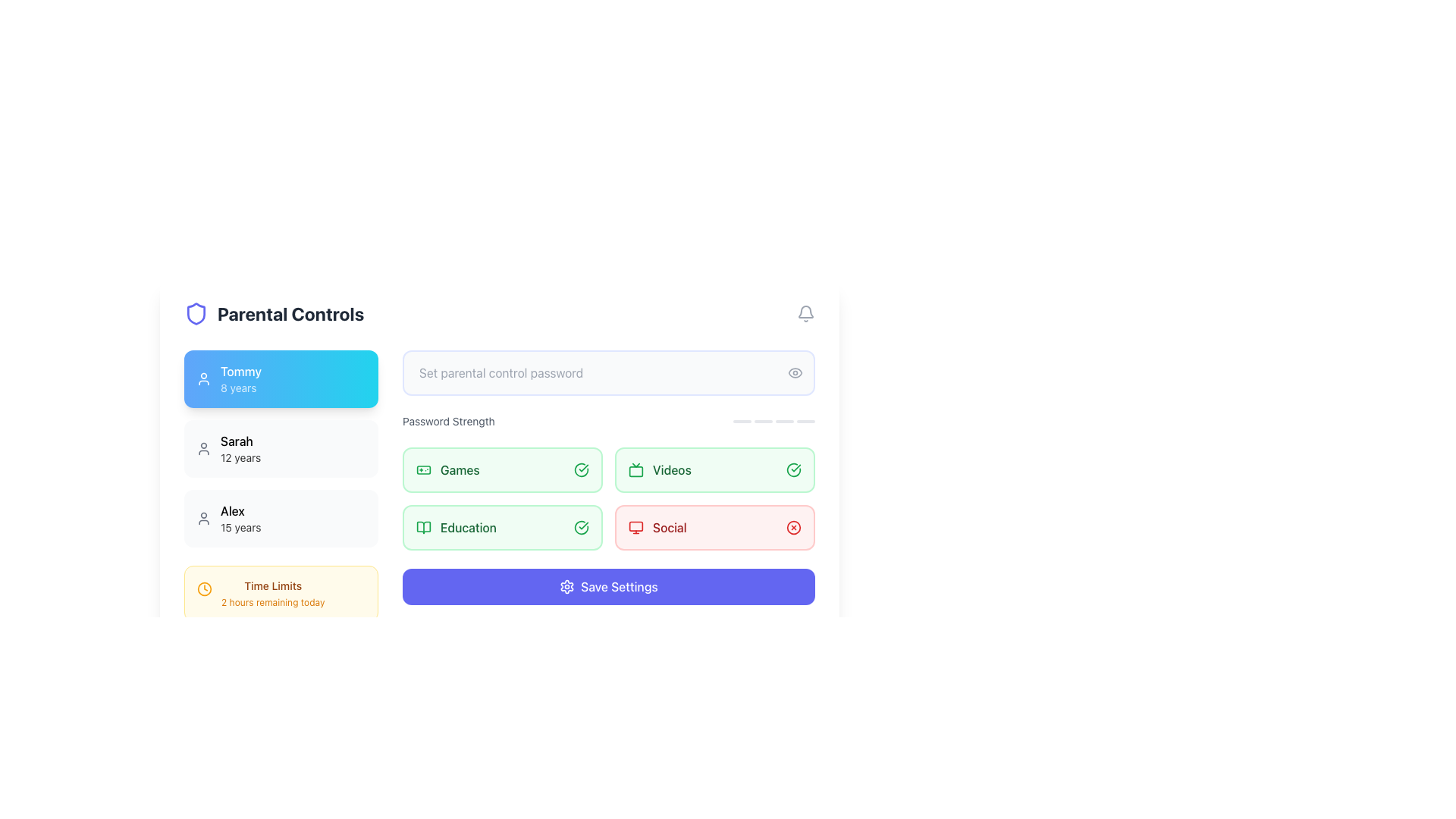  What do you see at coordinates (240, 378) in the screenshot?
I see `information displayed in the text label identifying the user named 'Tommy', which shows his age as '8 years', located beneath the 'Parental Controls' header in the vertical list` at bounding box center [240, 378].